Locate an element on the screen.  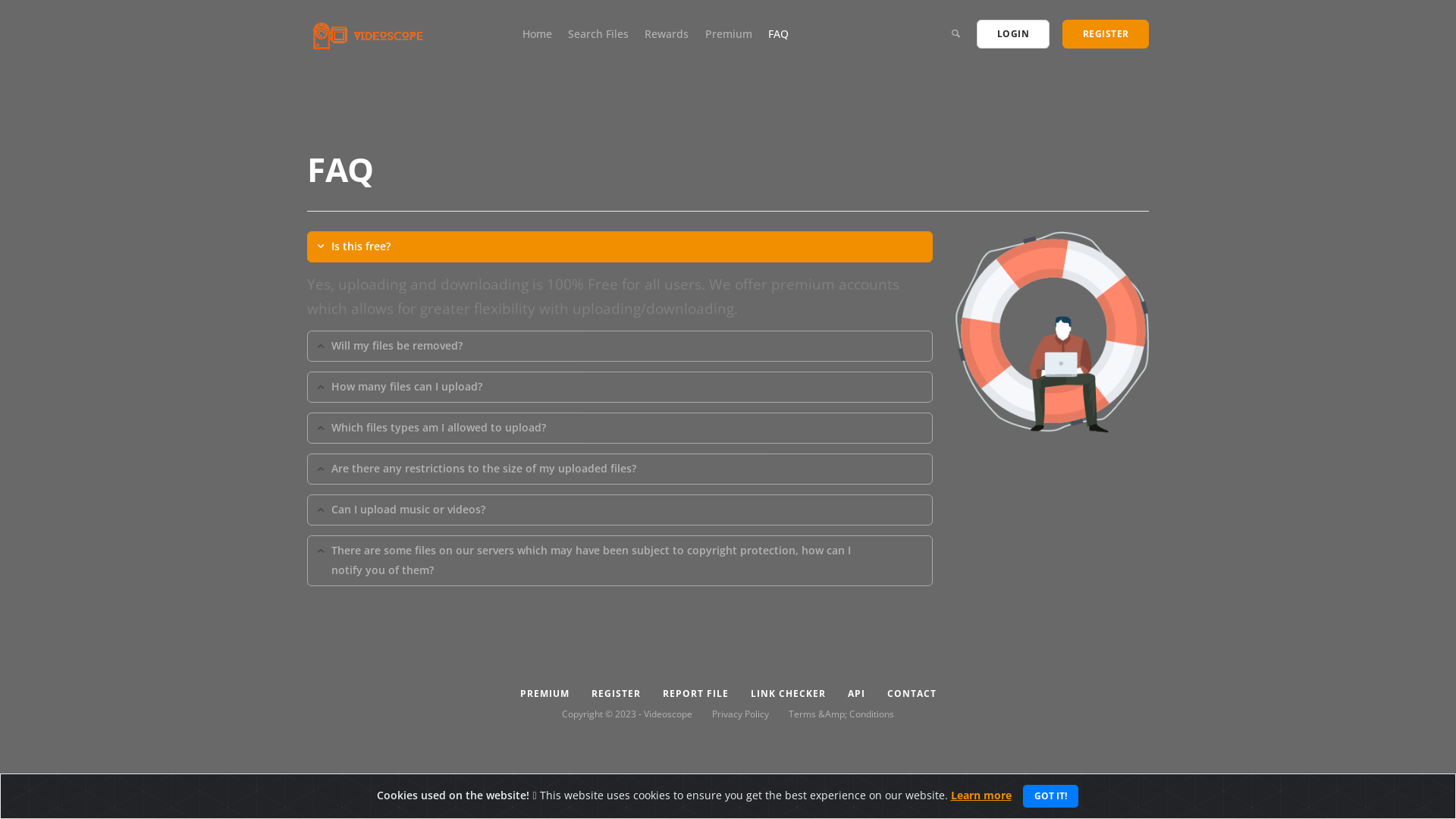
'REPORT FILE' is located at coordinates (694, 693).